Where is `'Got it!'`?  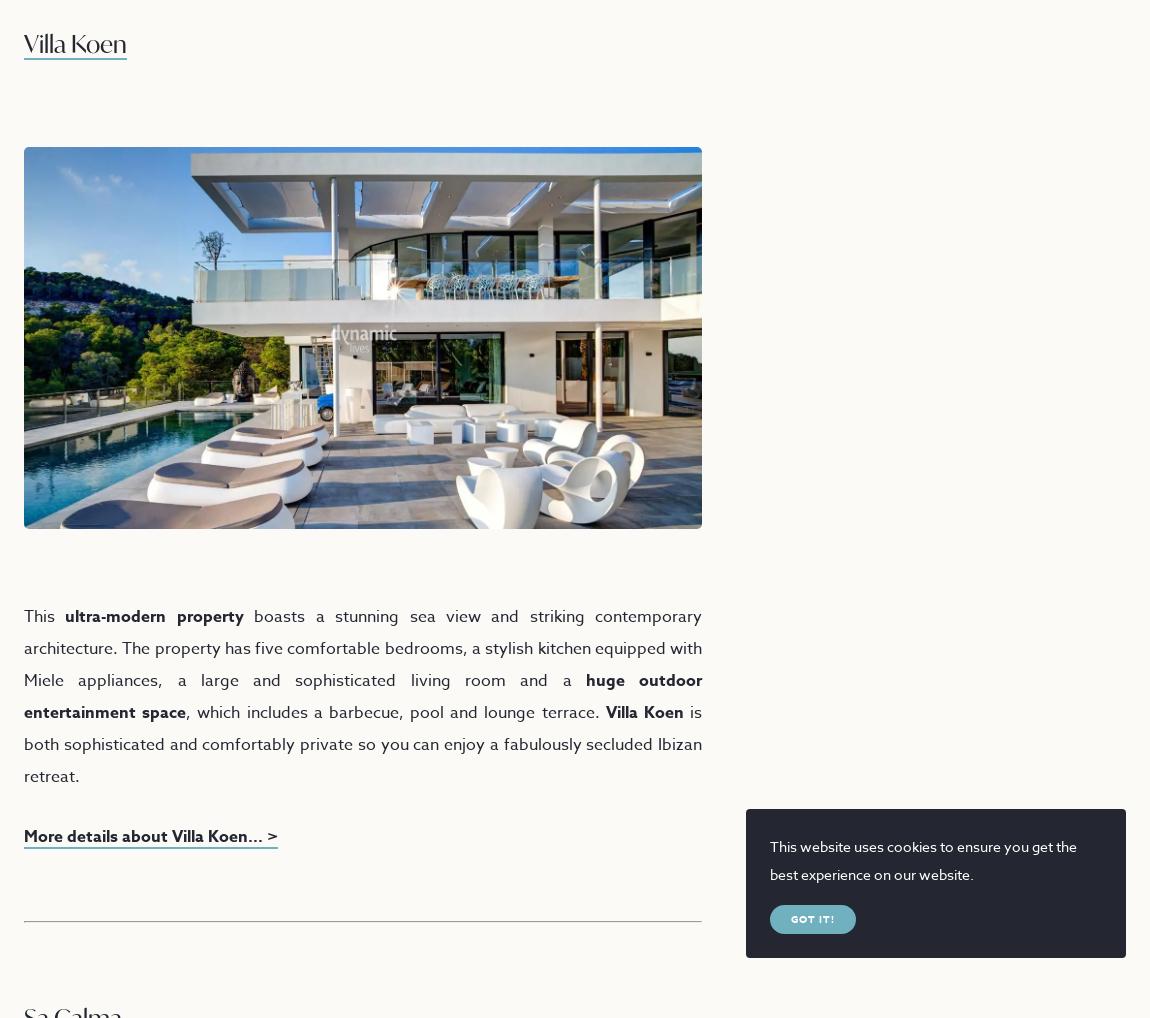 'Got it!' is located at coordinates (789, 918).